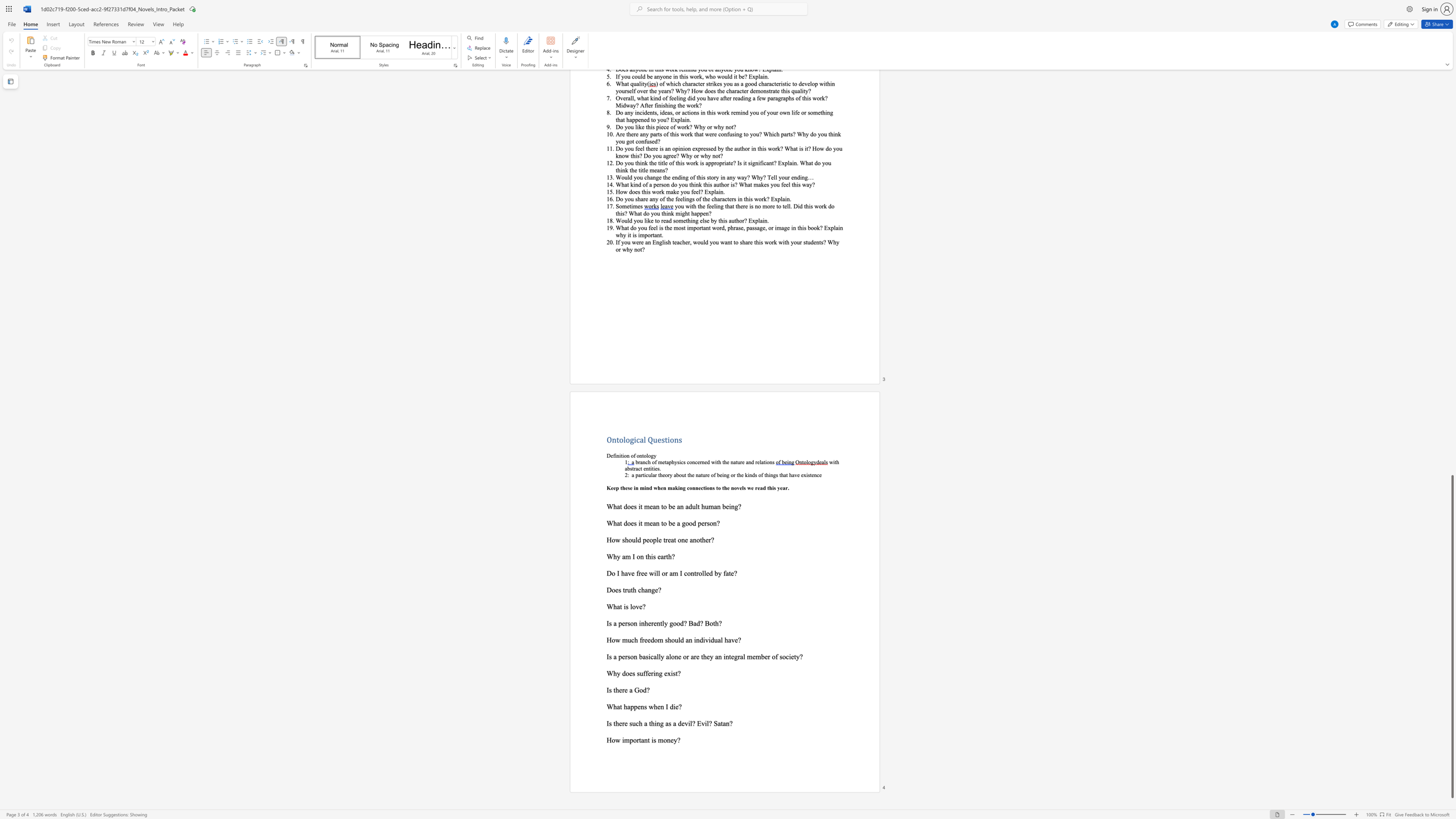  Describe the element at coordinates (636, 690) in the screenshot. I see `the 1th character "G" in the text` at that location.